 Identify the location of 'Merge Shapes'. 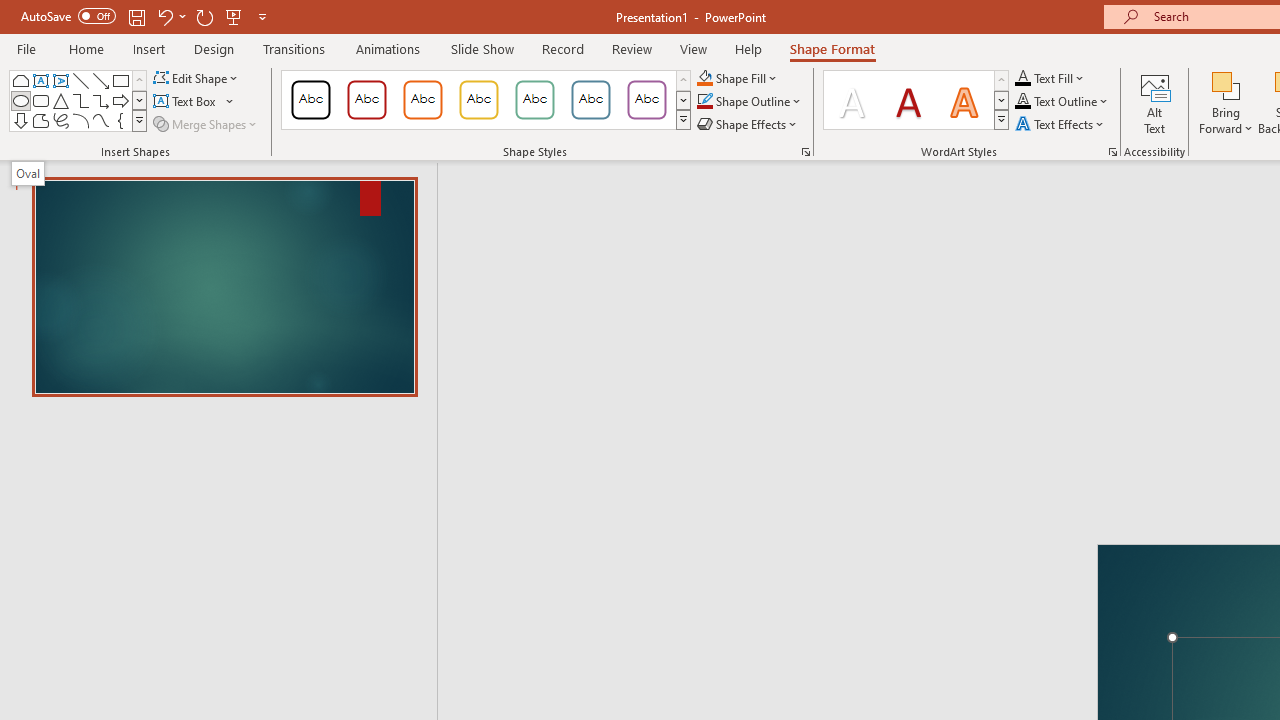
(206, 124).